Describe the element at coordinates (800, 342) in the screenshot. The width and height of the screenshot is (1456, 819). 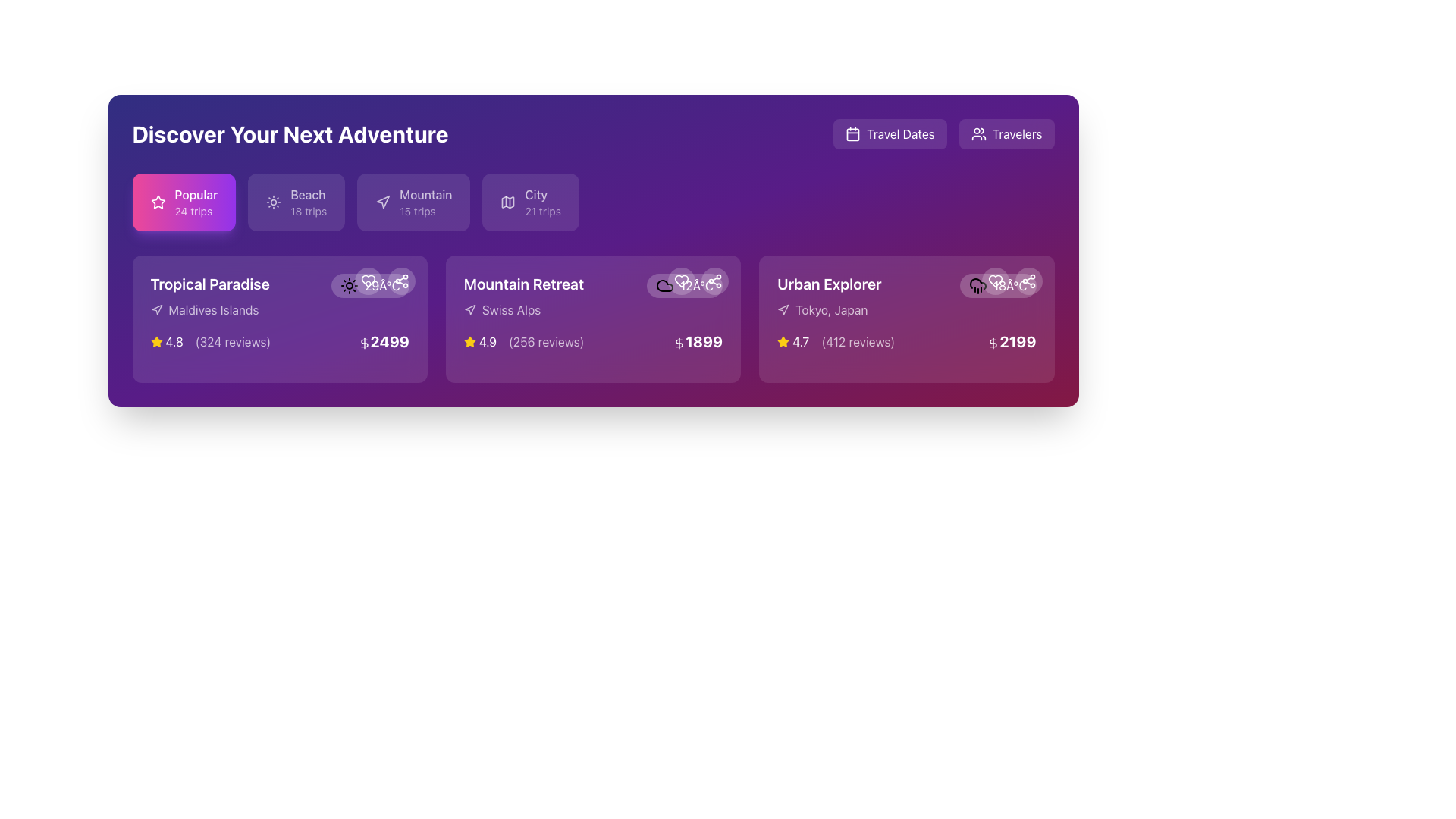
I see `the static text label displaying the average rating for the 'Urban Explorer' trip package, located under the subtitle 'Tokyo, Japan' within the card in the third column of the trip cards section` at that location.